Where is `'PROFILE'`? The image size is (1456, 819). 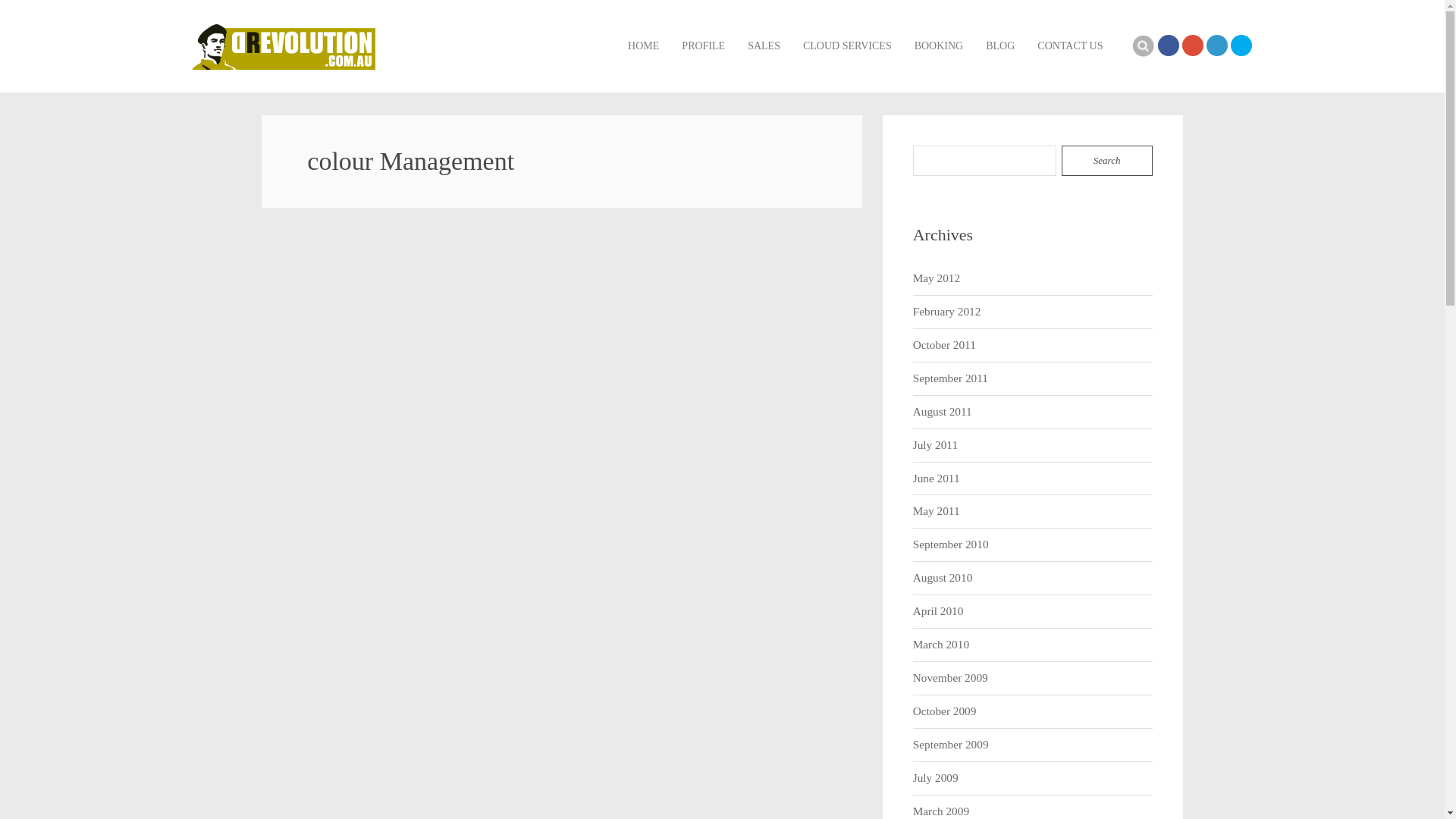 'PROFILE' is located at coordinates (702, 45).